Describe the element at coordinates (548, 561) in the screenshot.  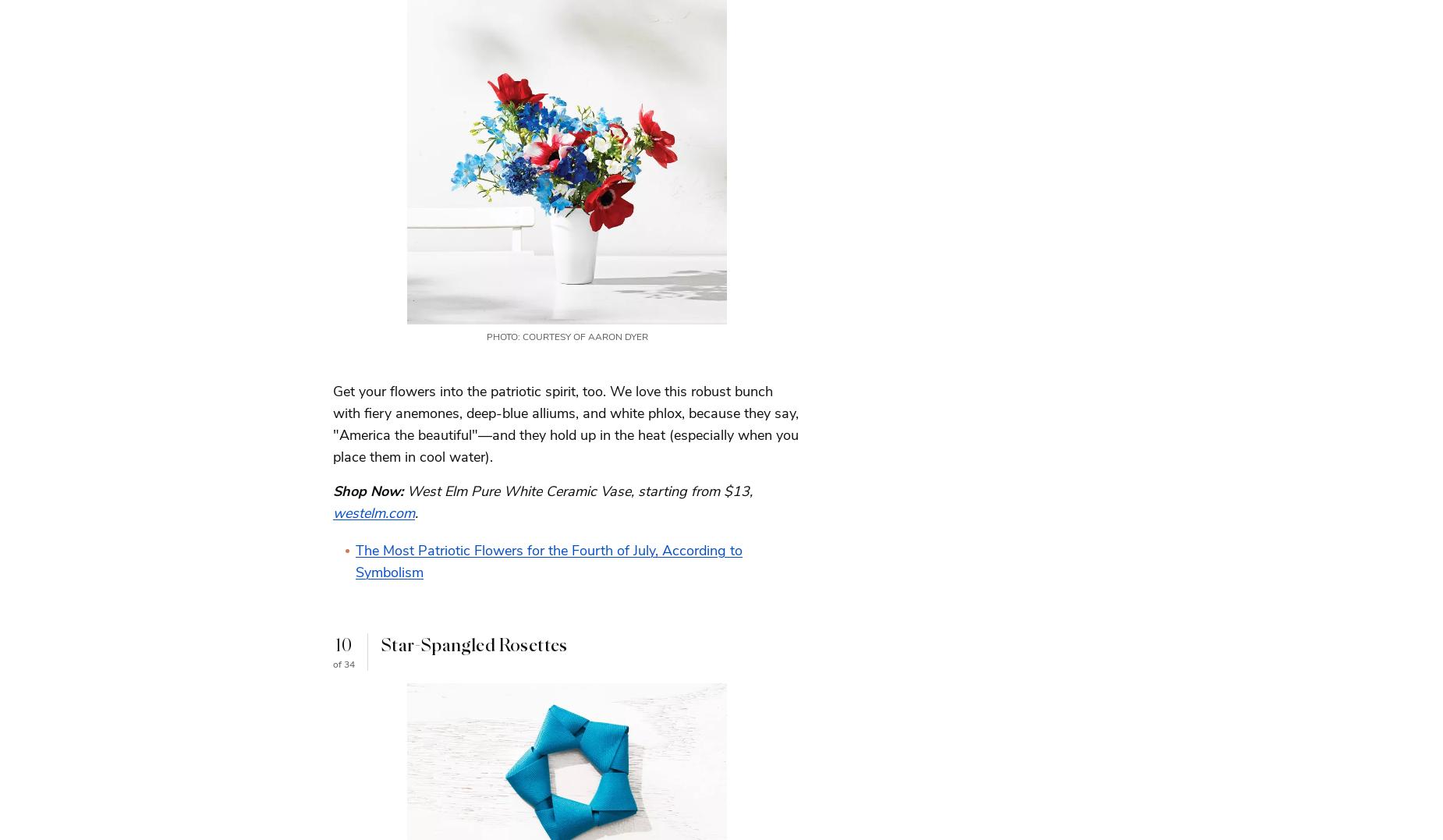
I see `'The Most Patriotic Flowers for the Fourth of July, According to Symbolism'` at that location.